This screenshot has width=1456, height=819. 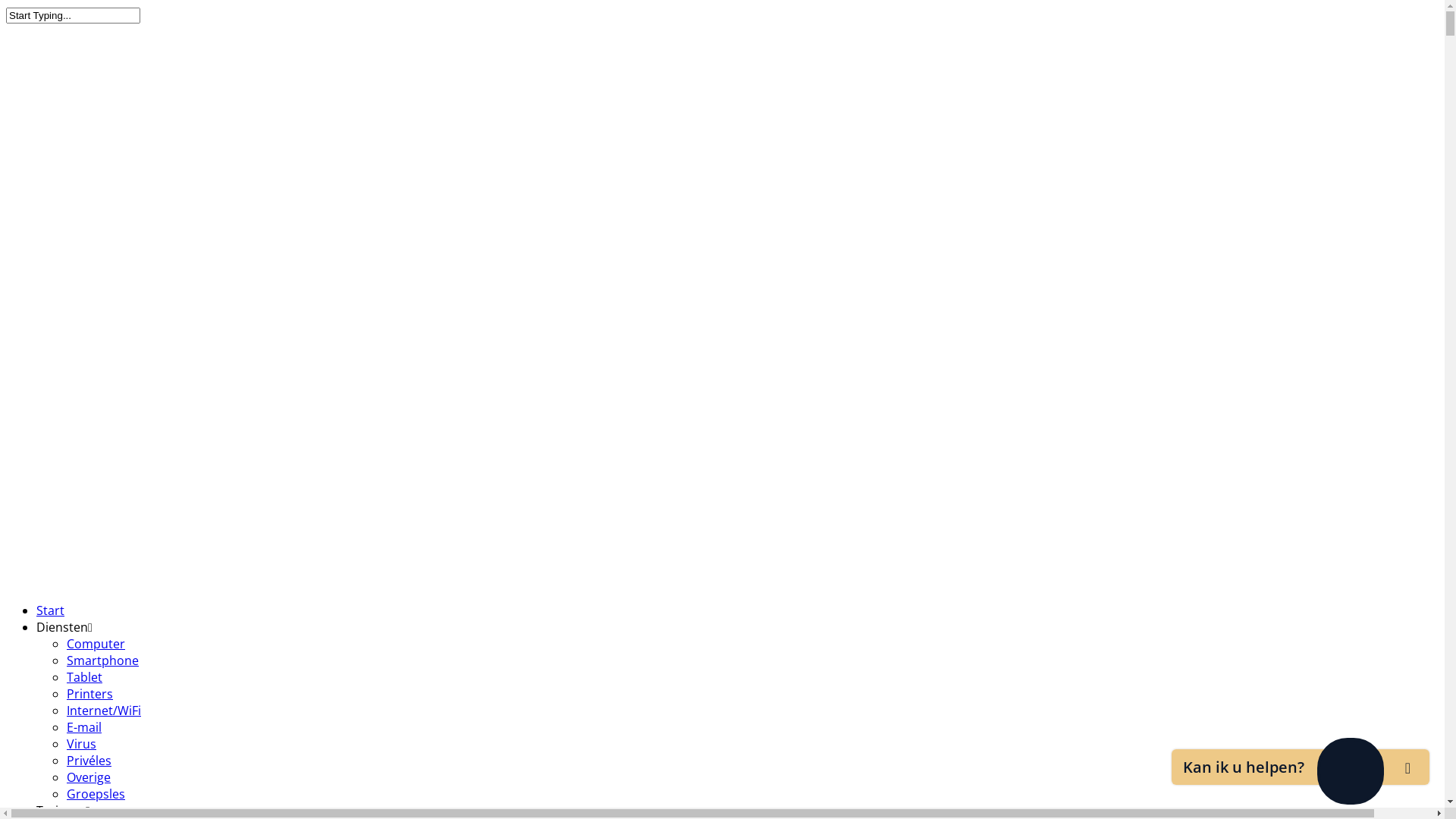 What do you see at coordinates (95, 643) in the screenshot?
I see `'Computer'` at bounding box center [95, 643].